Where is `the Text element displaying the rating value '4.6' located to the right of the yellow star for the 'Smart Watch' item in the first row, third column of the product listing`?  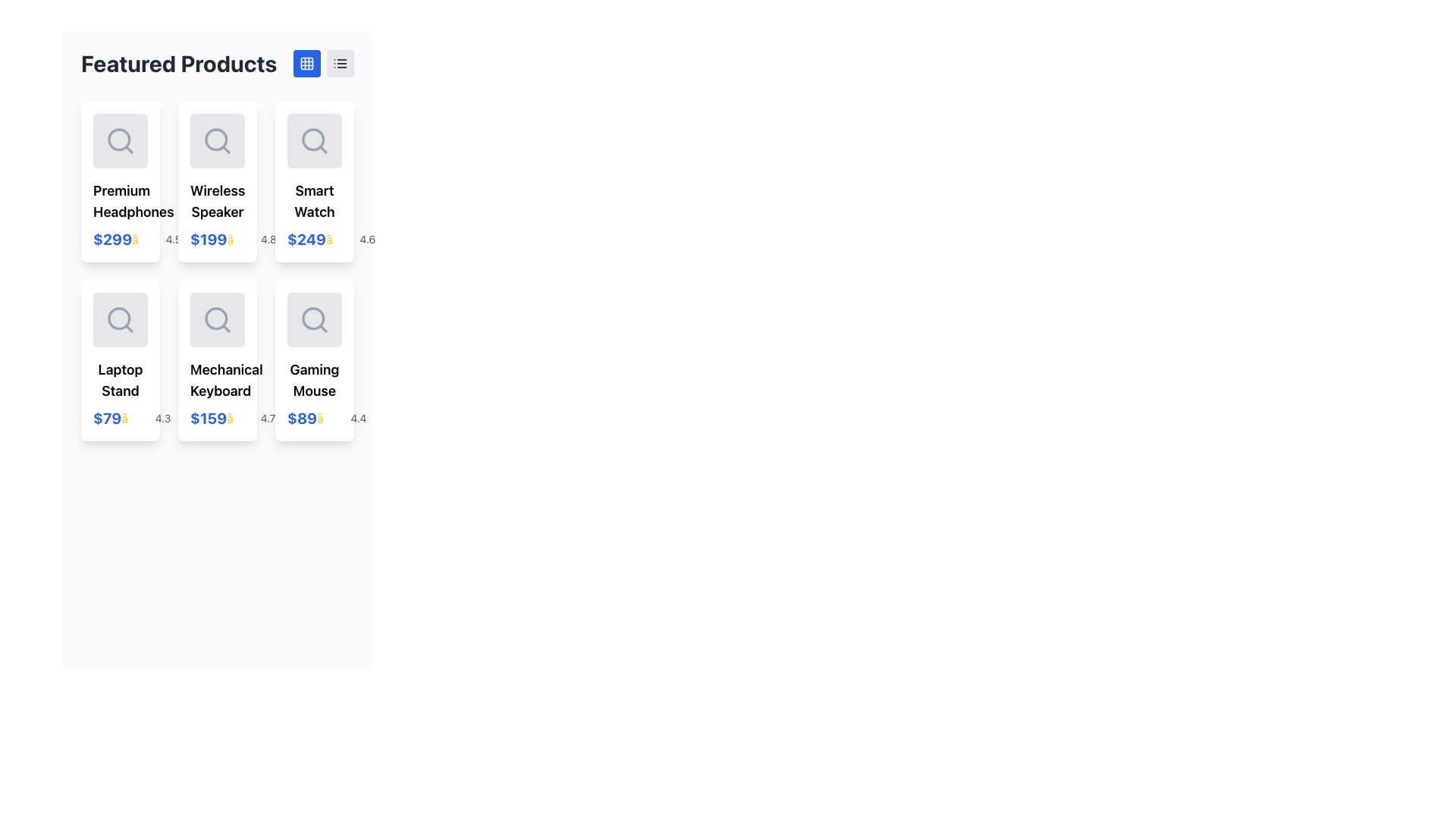 the Text element displaying the rating value '4.6' located to the right of the yellow star for the 'Smart Watch' item in the first row, third column of the product listing is located at coordinates (367, 239).